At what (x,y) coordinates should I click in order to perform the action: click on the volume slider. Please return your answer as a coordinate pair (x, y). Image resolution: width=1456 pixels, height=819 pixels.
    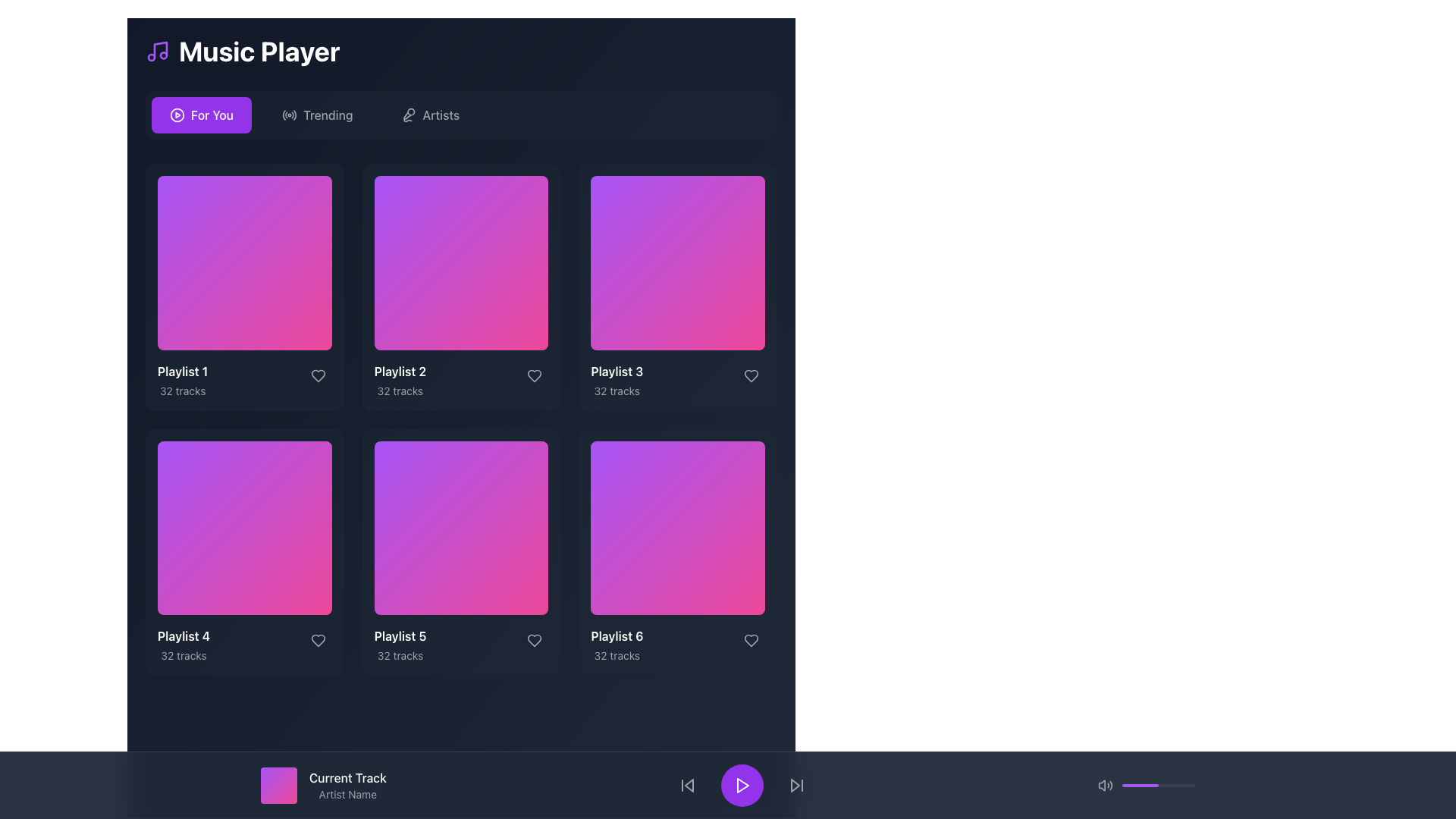
    Looking at the image, I should click on (1132, 785).